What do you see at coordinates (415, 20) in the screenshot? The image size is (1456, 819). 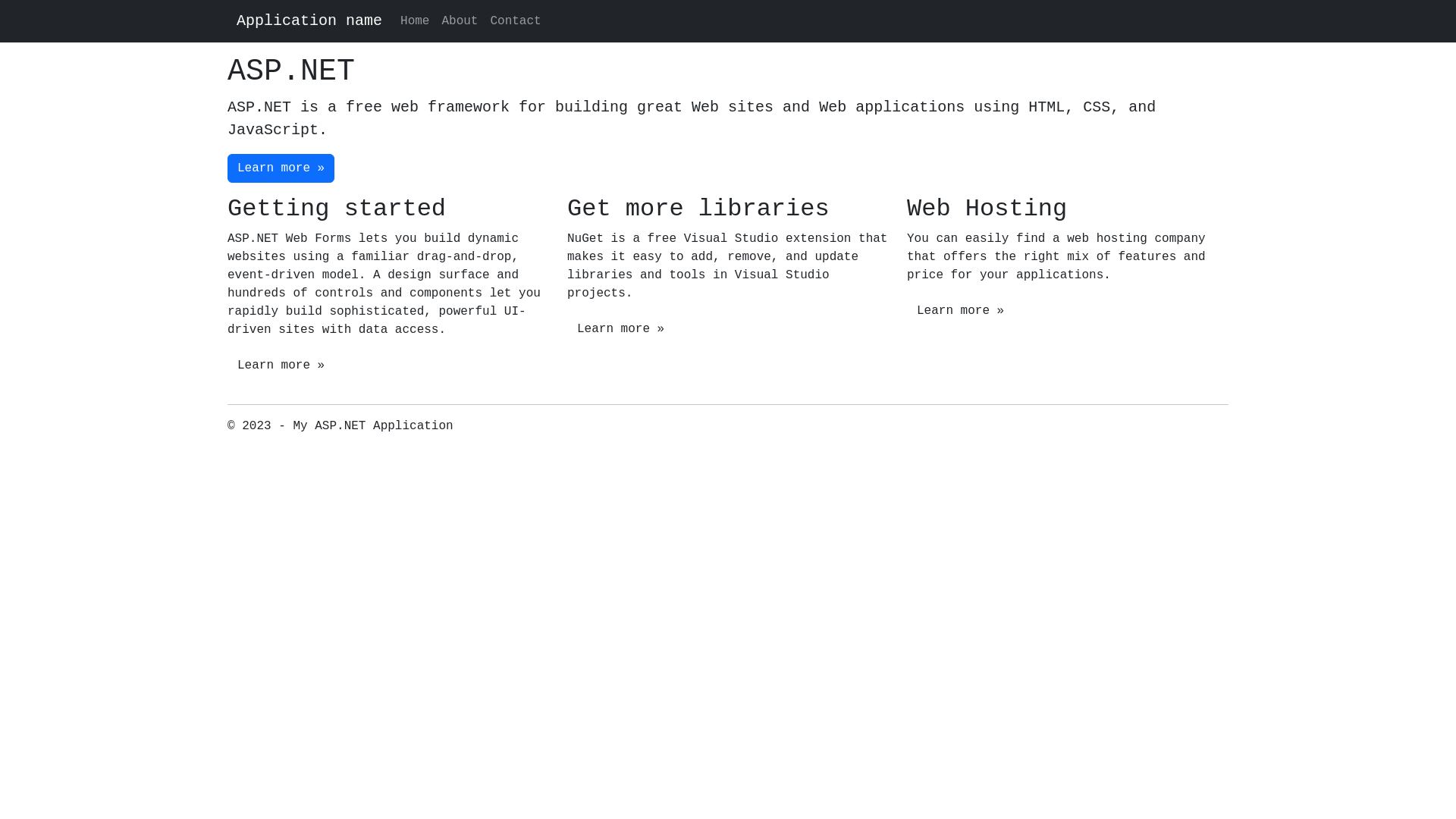 I see `'Home'` at bounding box center [415, 20].